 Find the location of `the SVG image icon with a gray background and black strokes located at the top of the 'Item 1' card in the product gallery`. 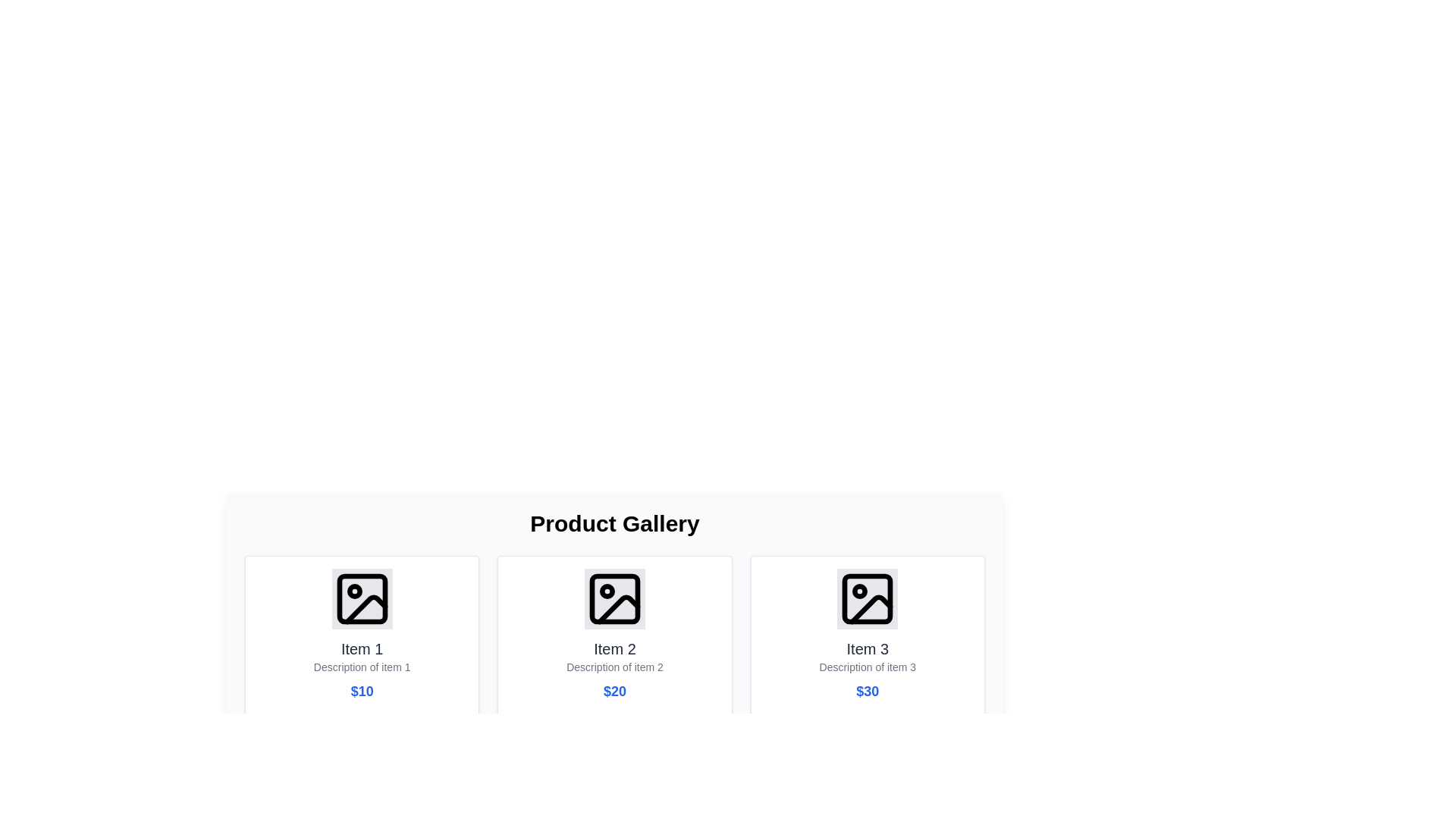

the SVG image icon with a gray background and black strokes located at the top of the 'Item 1' card in the product gallery is located at coordinates (361, 598).